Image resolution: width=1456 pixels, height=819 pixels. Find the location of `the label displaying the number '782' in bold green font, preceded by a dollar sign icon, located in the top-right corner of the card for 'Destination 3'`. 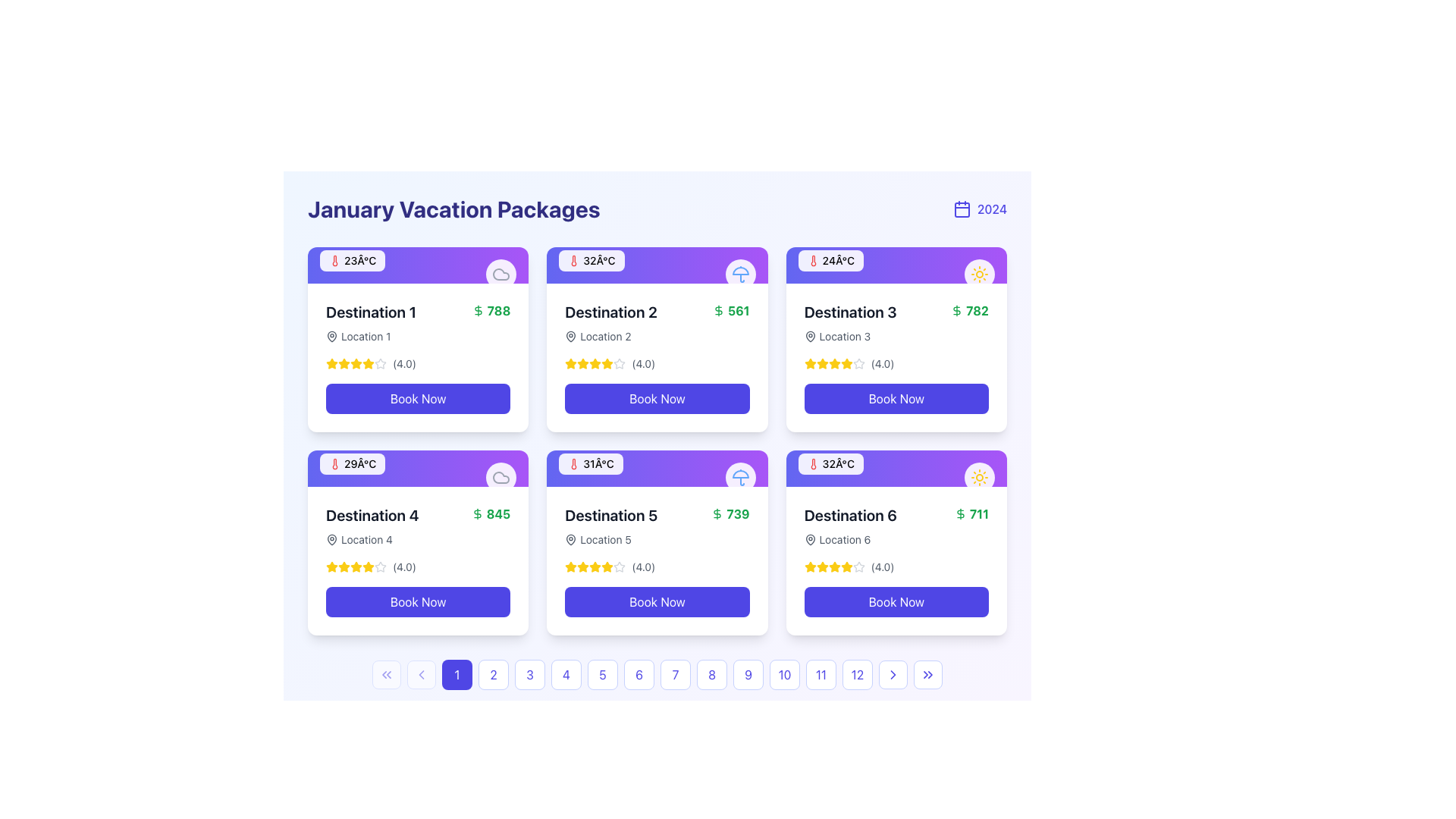

the label displaying the number '782' in bold green font, preceded by a dollar sign icon, located in the top-right corner of the card for 'Destination 3' is located at coordinates (969, 309).